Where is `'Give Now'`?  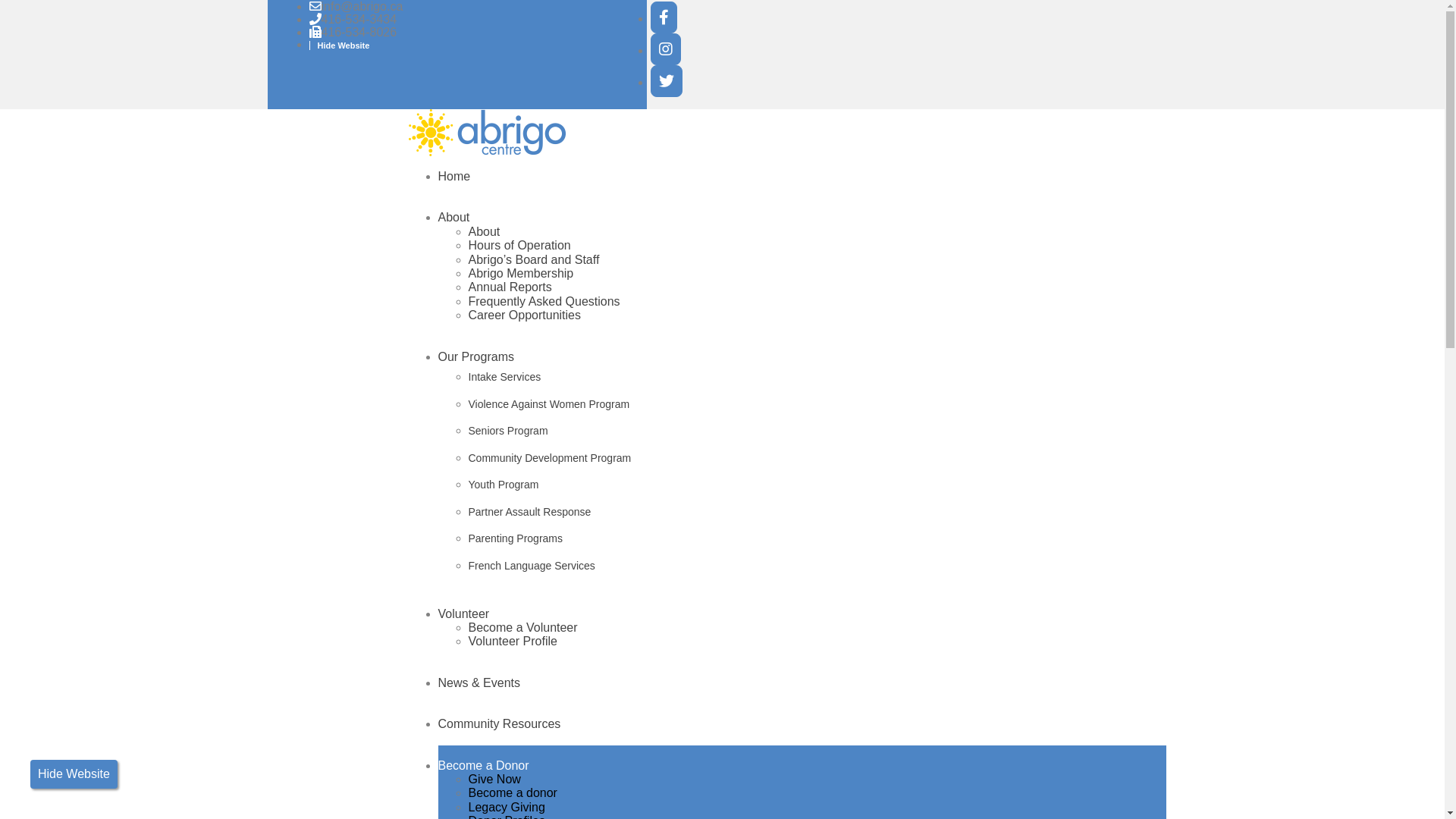
'Give Now' is located at coordinates (468, 779).